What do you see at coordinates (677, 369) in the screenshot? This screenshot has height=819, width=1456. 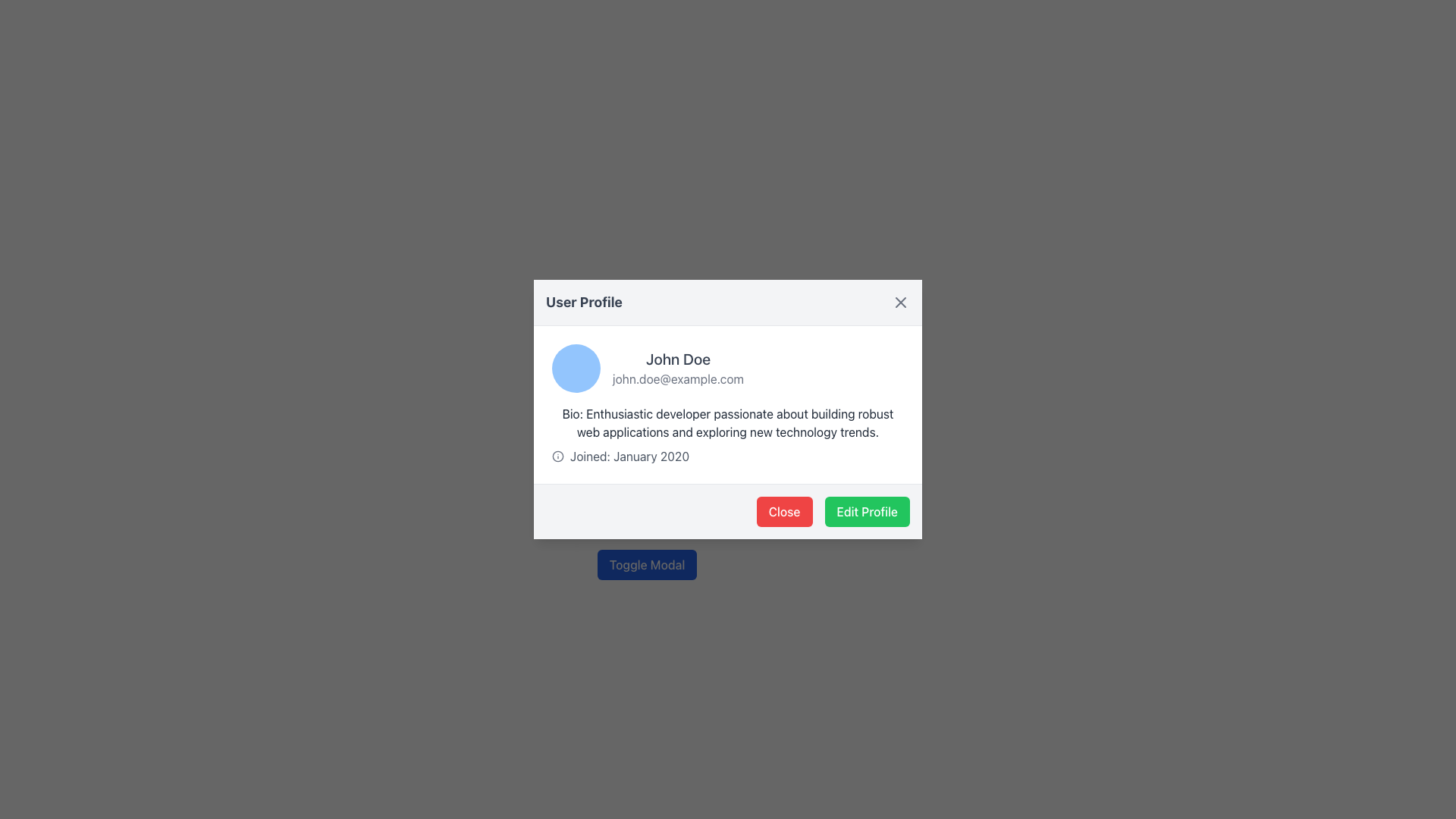 I see `the Text Display element that shows 'John Doe' and 'john.doe@example.com', which is located to the right of the profile image` at bounding box center [677, 369].